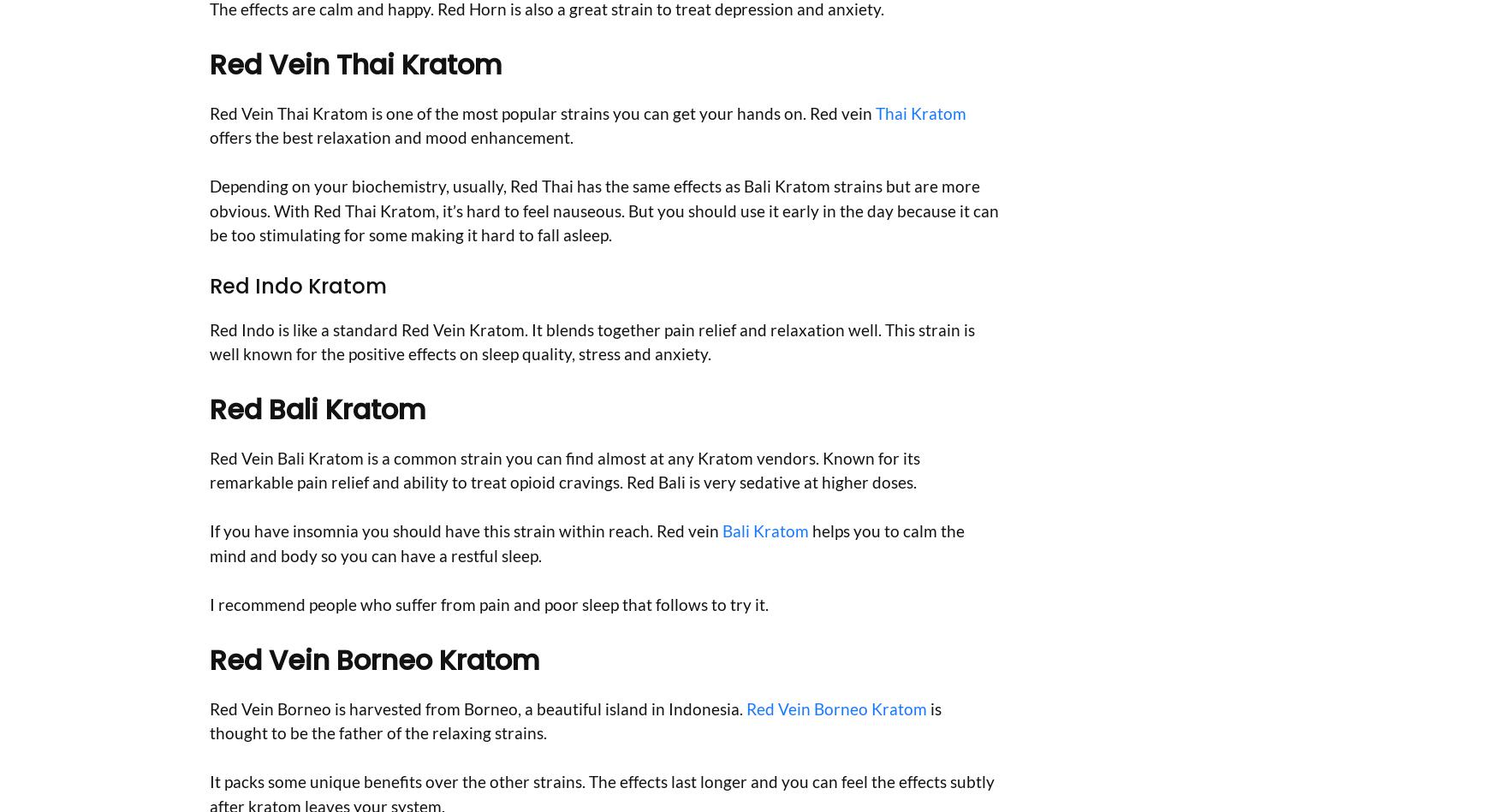  I want to click on 'Red Indo is like a standard Red Vein Kratom. It blends together pain relief and relaxation well. This strain is well known for the positive effects on sleep quality, stress and anxiety.', so click(591, 341).